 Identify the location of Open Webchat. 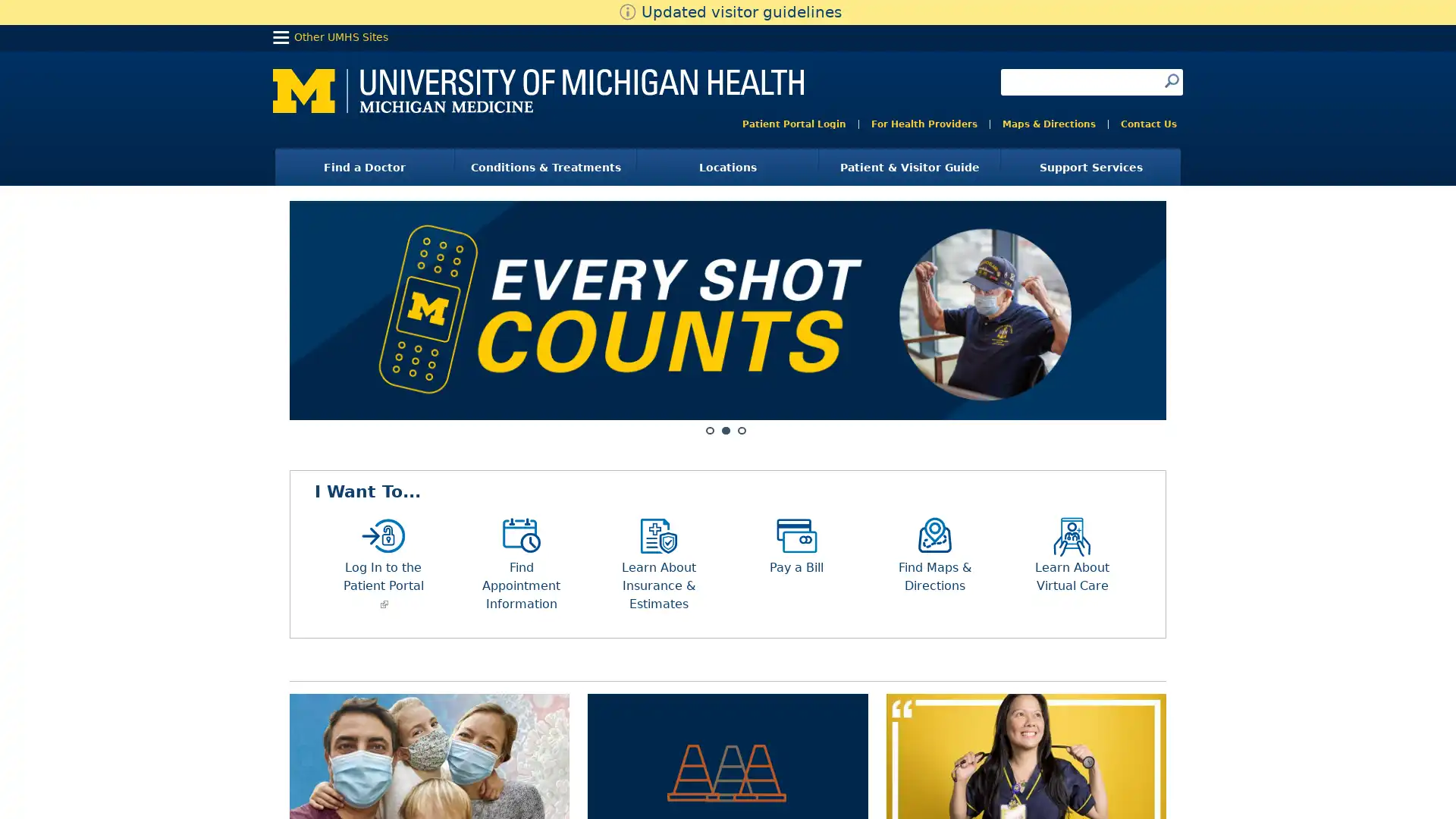
(33, 781).